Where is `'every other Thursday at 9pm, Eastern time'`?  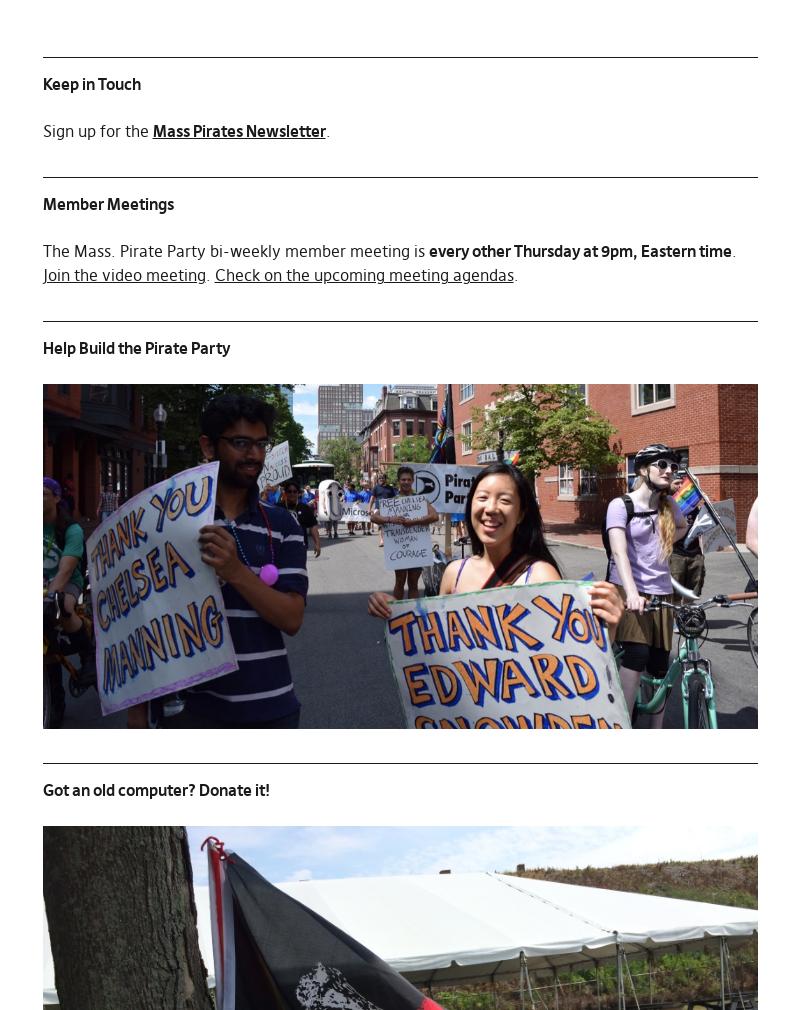 'every other Thursday at 9pm, Eastern time' is located at coordinates (578, 249).